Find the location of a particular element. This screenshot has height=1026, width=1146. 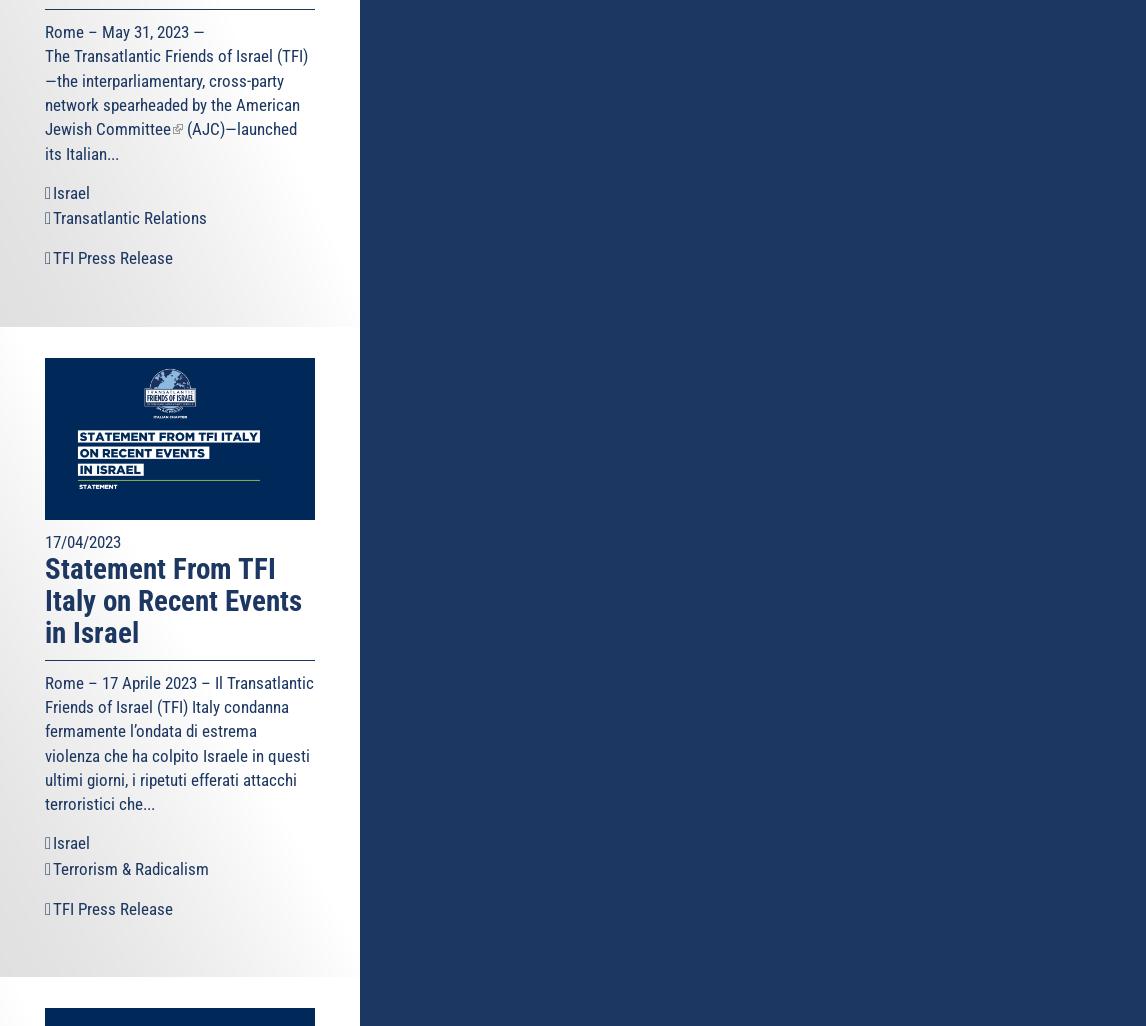

'American Jewish Committee' is located at coordinates (172, 116).